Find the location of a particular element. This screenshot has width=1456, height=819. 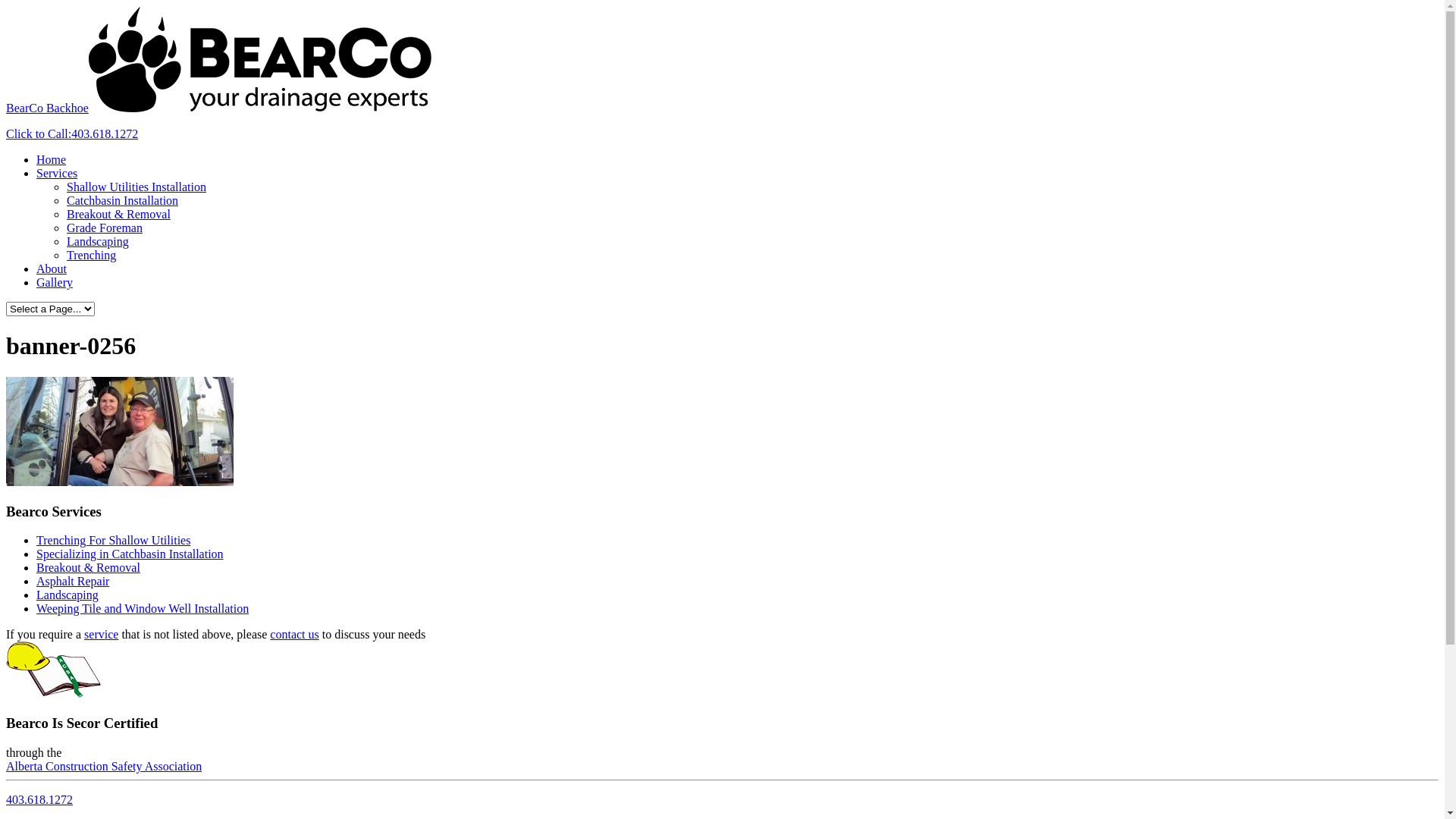

'Landscaping' is located at coordinates (97, 240).